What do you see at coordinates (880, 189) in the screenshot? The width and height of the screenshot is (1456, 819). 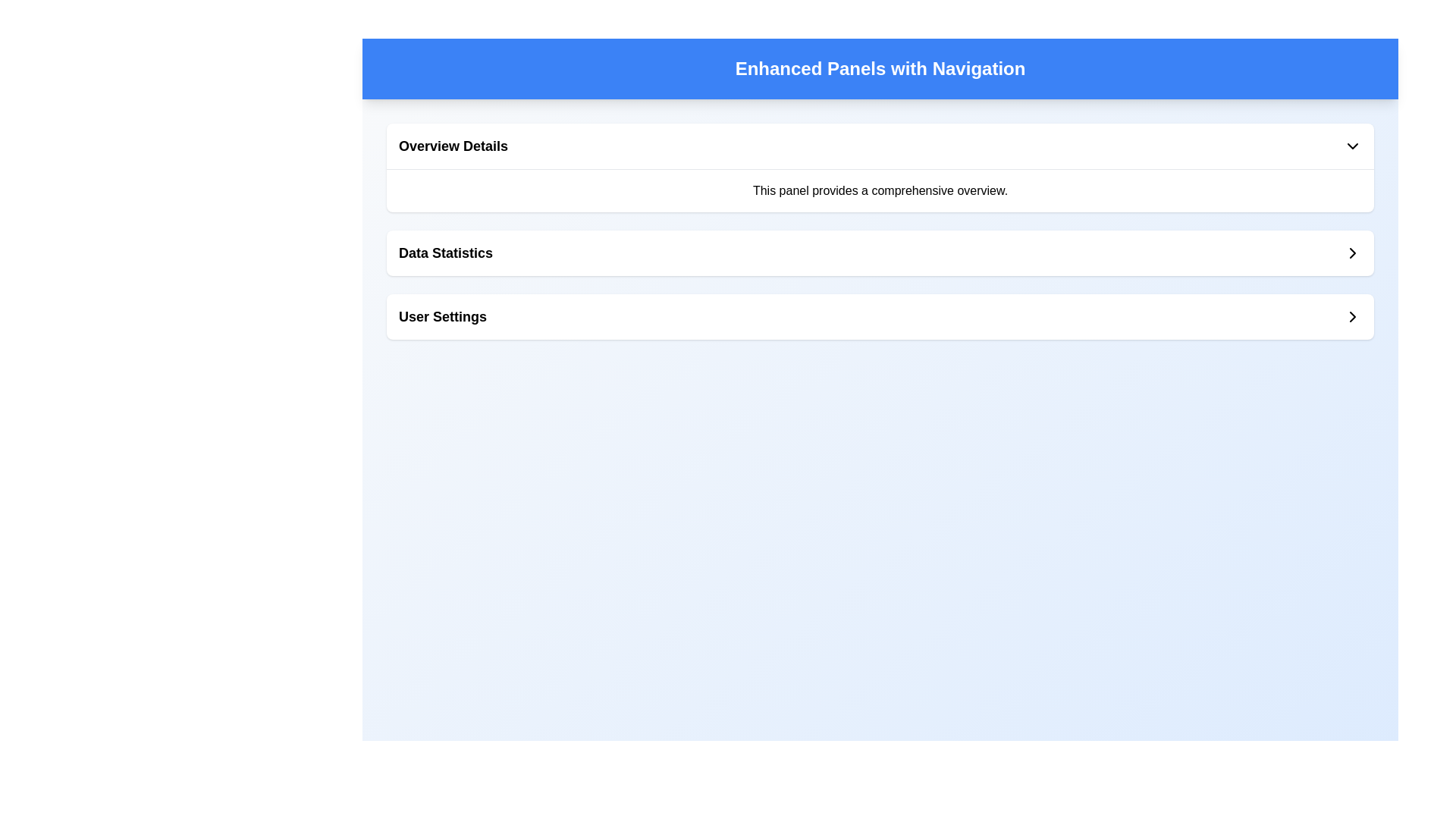 I see `text content of the Text block located within the 'Overview Details' section, which presents additional information about the section` at bounding box center [880, 189].